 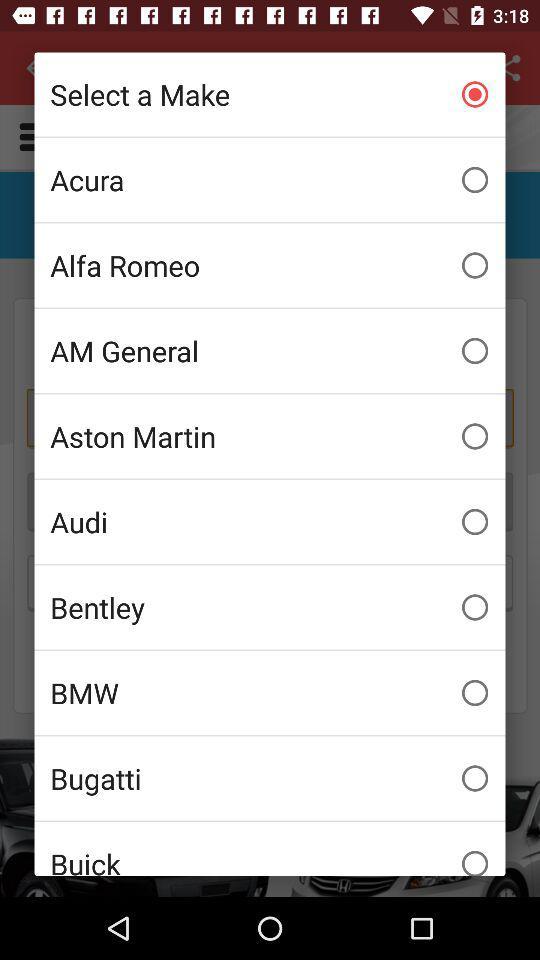 I want to click on the bmw icon, so click(x=270, y=693).